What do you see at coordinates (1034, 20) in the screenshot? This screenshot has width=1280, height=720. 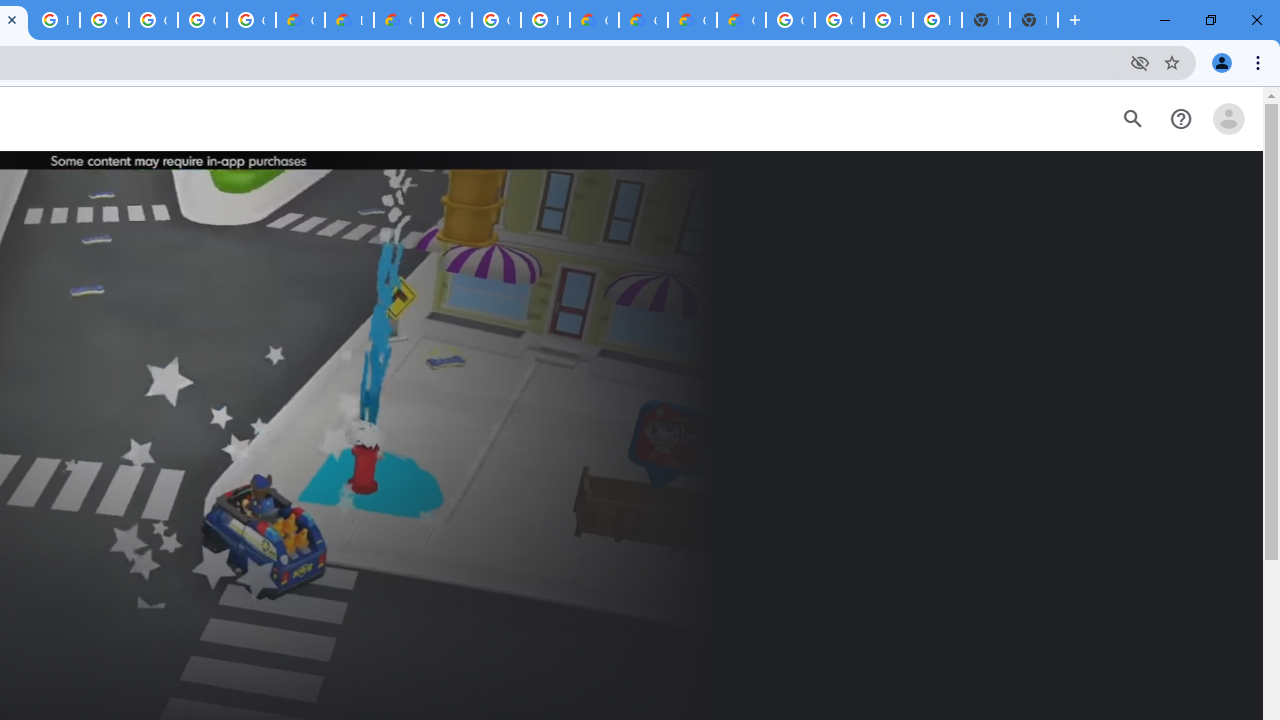 I see `'New Tab'` at bounding box center [1034, 20].